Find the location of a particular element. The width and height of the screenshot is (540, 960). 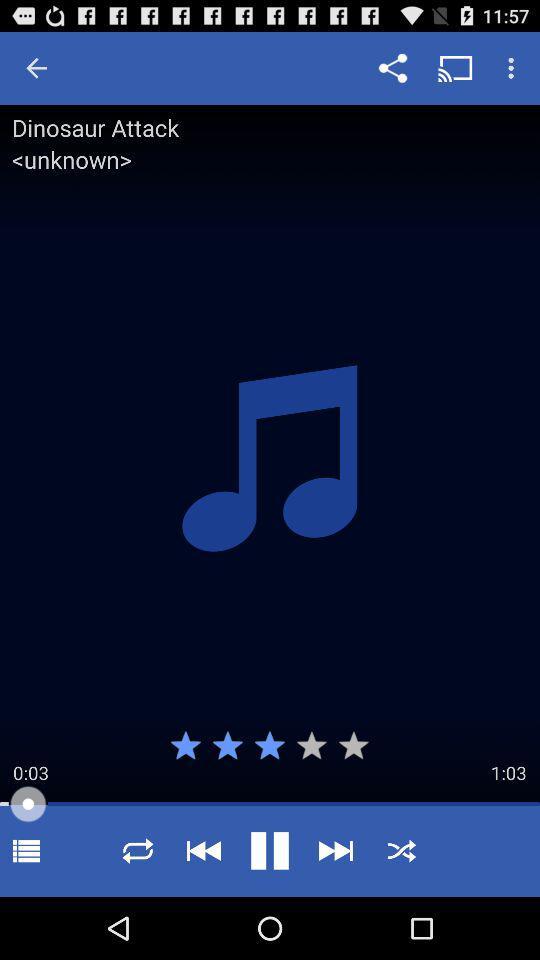

shuffle is located at coordinates (137, 850).